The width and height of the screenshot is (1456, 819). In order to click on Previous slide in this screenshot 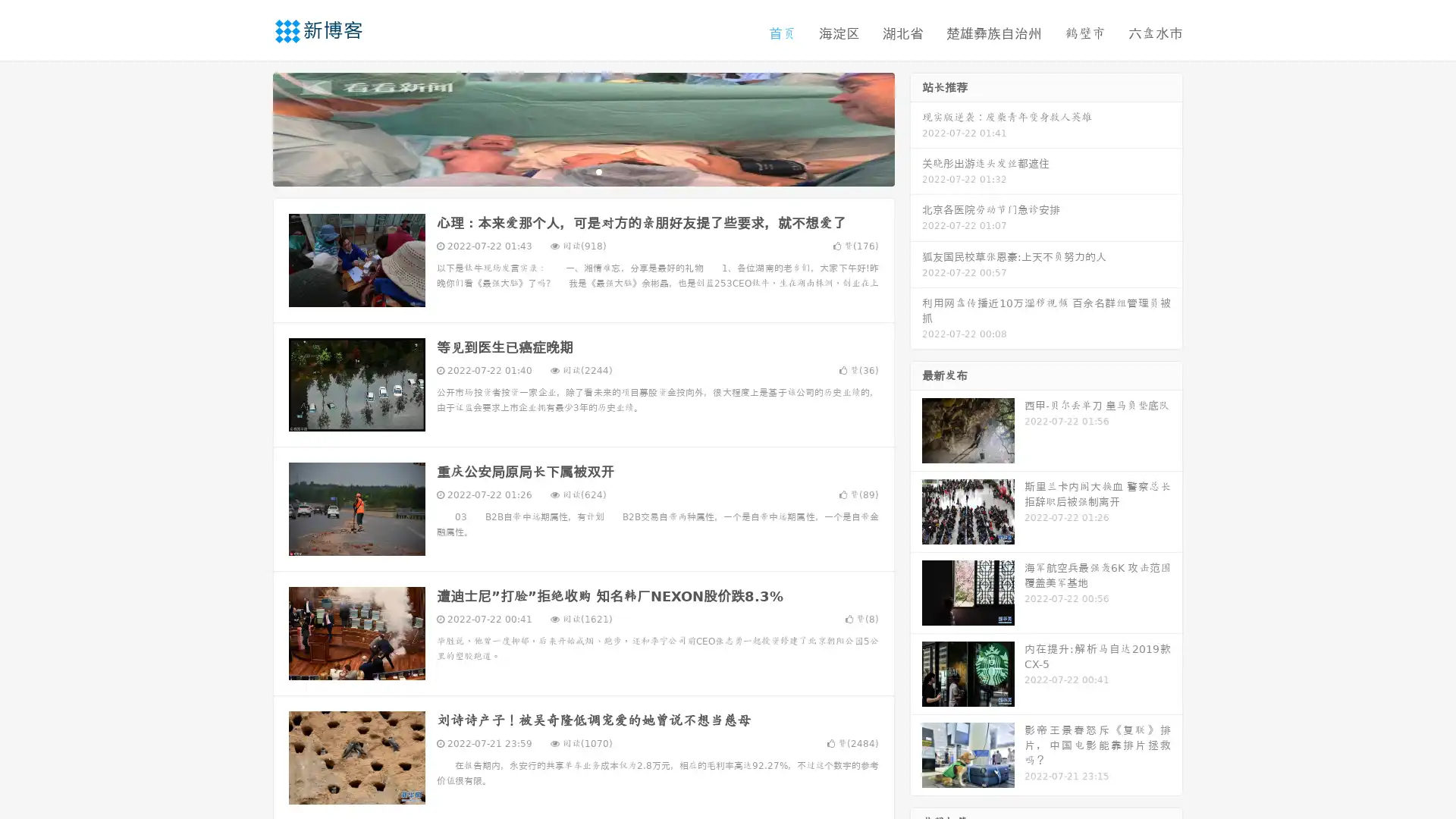, I will do `click(250, 127)`.